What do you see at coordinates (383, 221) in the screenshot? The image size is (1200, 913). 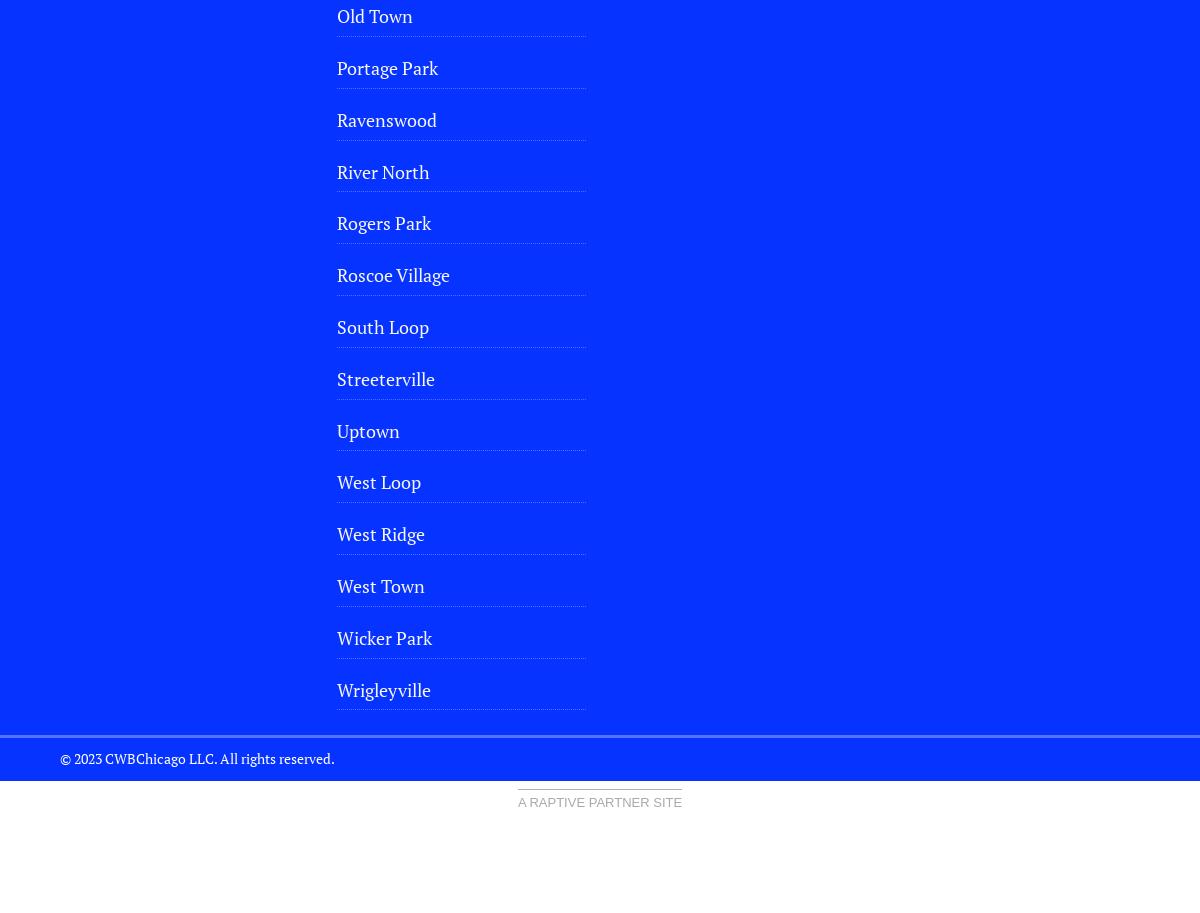 I see `'Rogers Park'` at bounding box center [383, 221].